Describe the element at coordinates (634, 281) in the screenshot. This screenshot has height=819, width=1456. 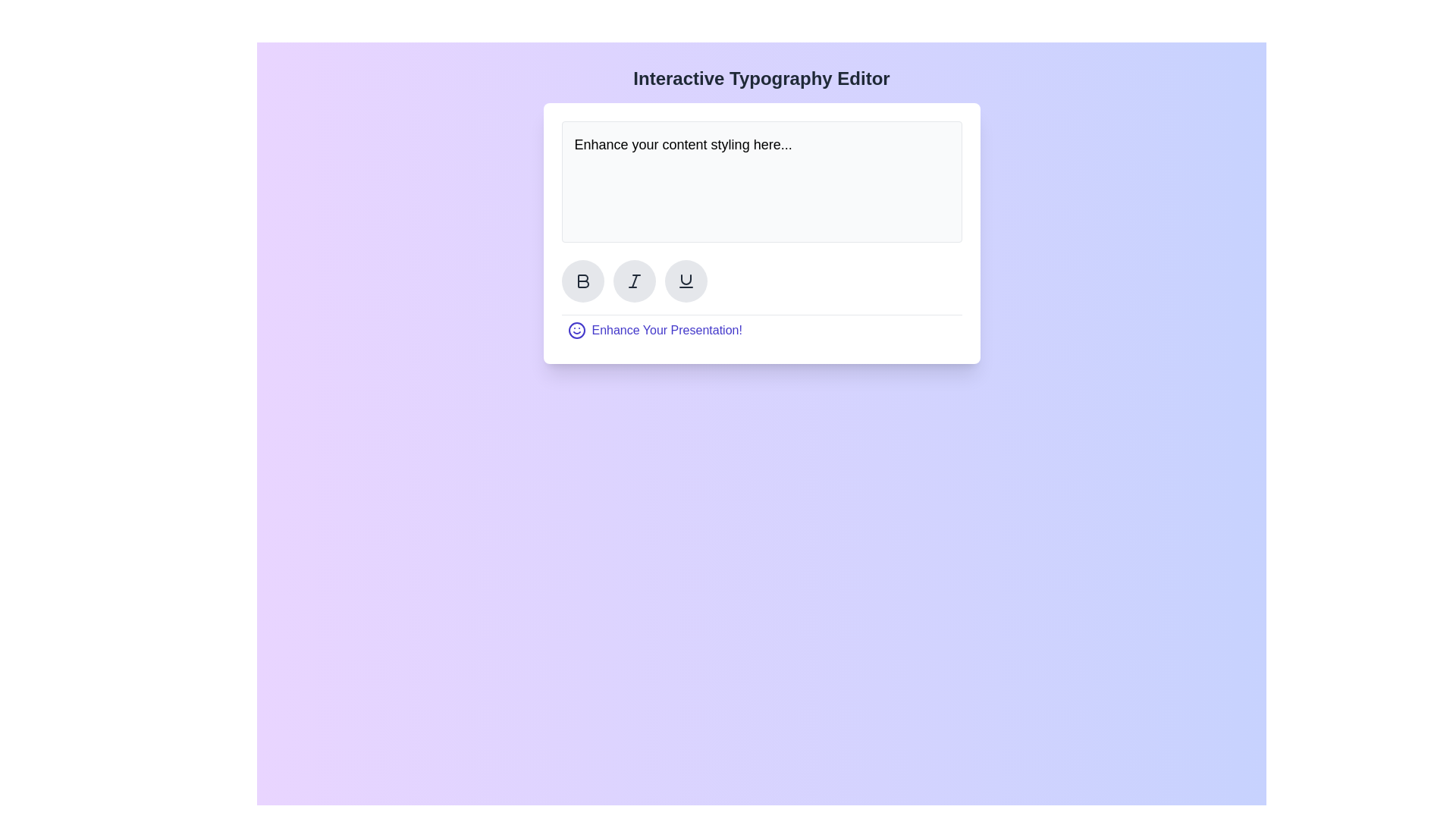
I see `the italic text formatting icon button, which is the middle icon in a row of three formatting buttons` at that location.